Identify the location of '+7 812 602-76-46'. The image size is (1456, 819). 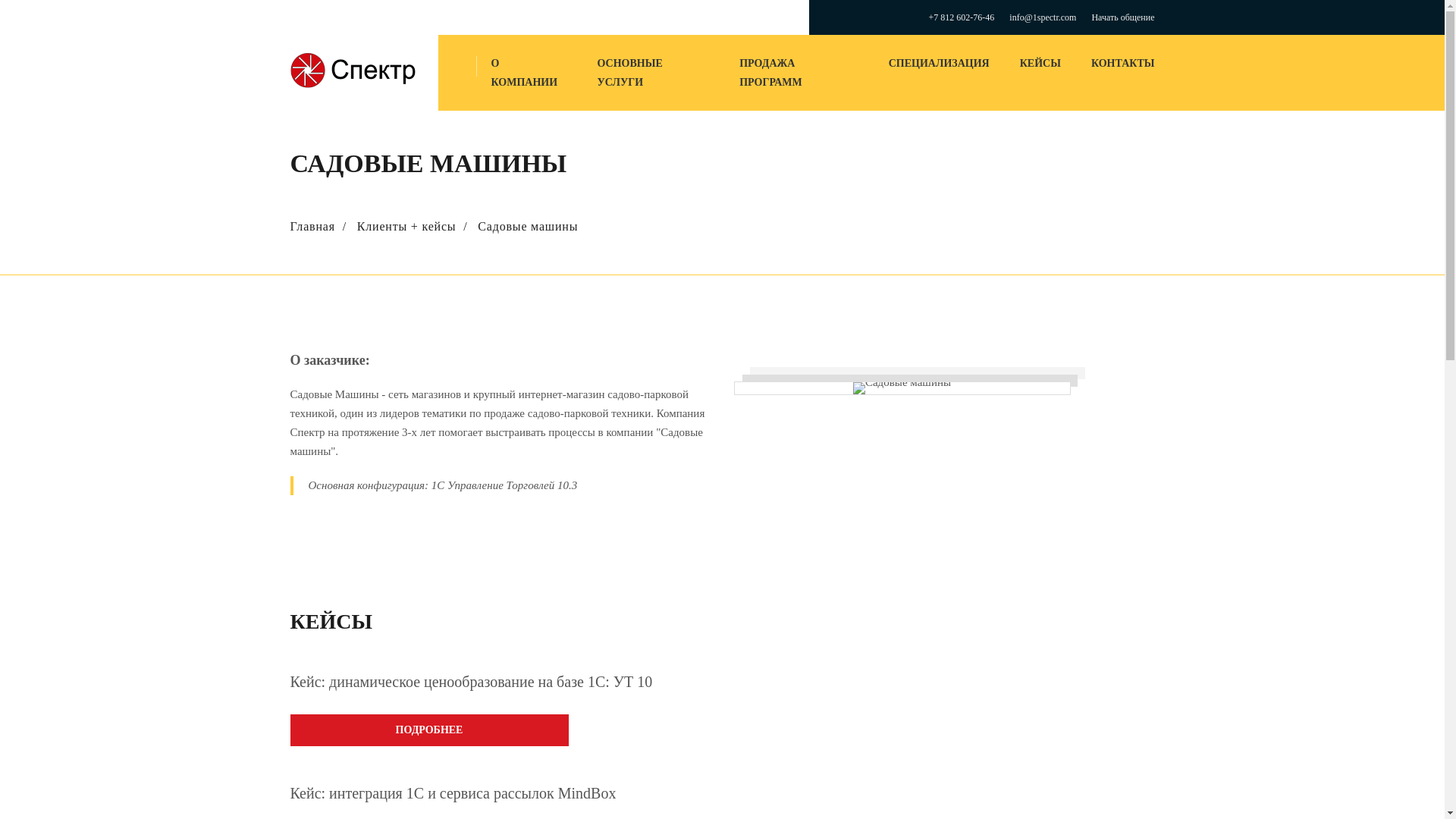
(961, 17).